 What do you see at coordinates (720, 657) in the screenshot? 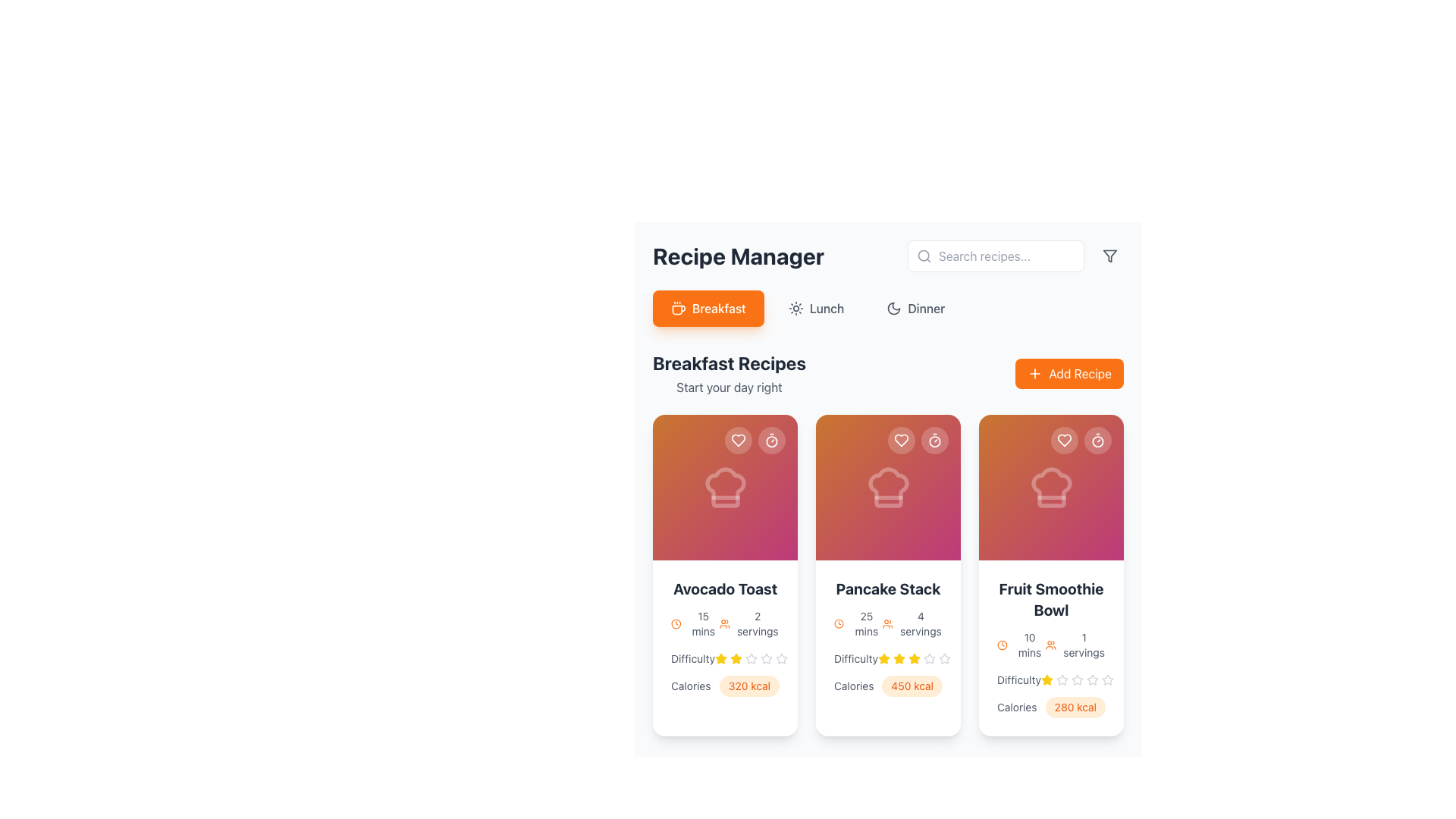
I see `the yellow star icon located under the 'Difficulty' label in the 'Breakfast Recipes' section` at bounding box center [720, 657].